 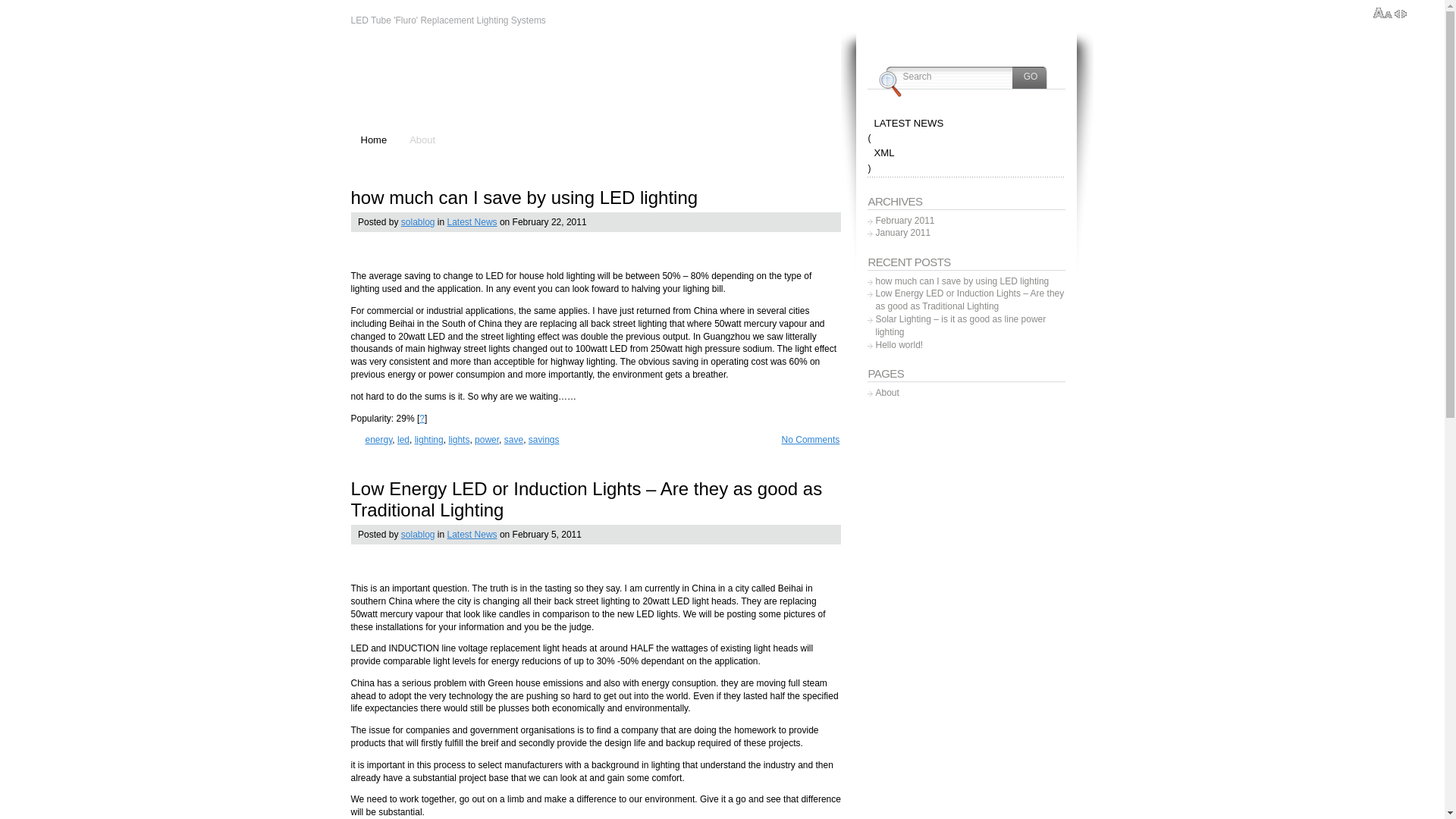 What do you see at coordinates (1382, 14) in the screenshot?
I see `'Increase/Decrease text size'` at bounding box center [1382, 14].